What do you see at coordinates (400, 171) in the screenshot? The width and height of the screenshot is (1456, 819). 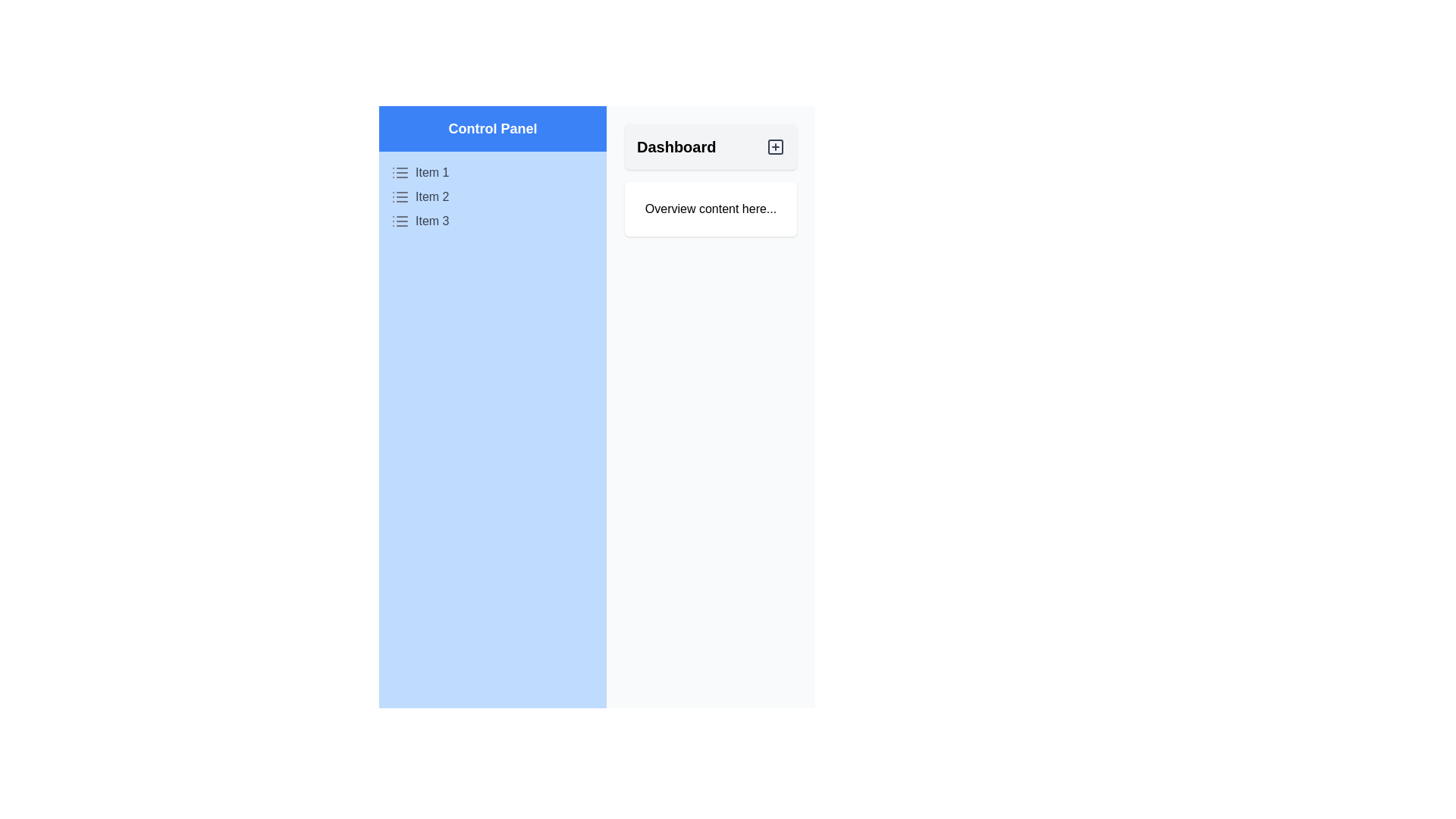 I see `the gray list icon with three horizontal lines located to the left of 'Item 1' in the sidebar under 'Control Panel'` at bounding box center [400, 171].